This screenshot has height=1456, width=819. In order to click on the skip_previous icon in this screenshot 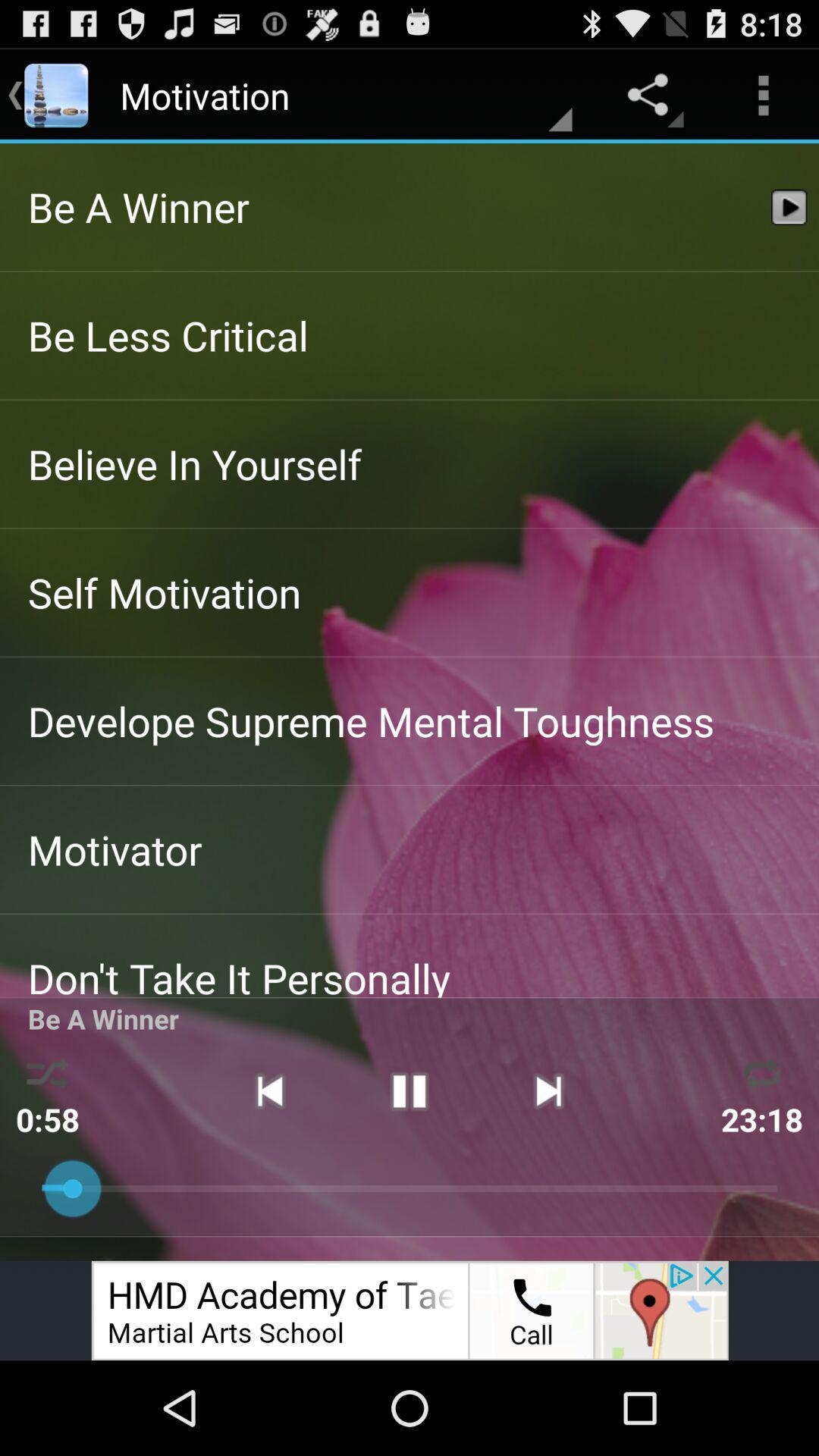, I will do `click(268, 1166)`.